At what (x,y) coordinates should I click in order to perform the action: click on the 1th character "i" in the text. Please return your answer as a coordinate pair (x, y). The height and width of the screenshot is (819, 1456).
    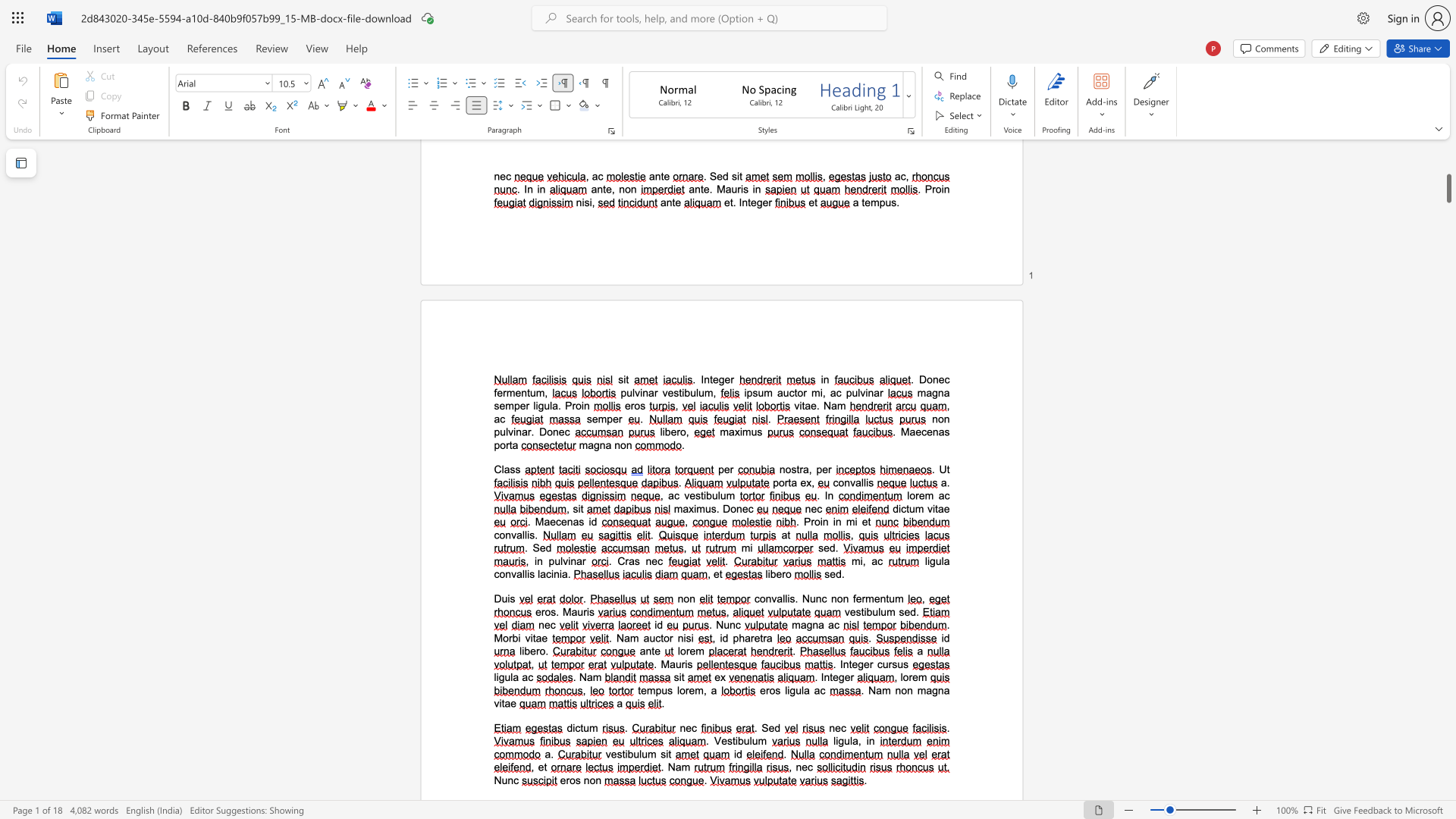
    Looking at the image, I should click on (588, 521).